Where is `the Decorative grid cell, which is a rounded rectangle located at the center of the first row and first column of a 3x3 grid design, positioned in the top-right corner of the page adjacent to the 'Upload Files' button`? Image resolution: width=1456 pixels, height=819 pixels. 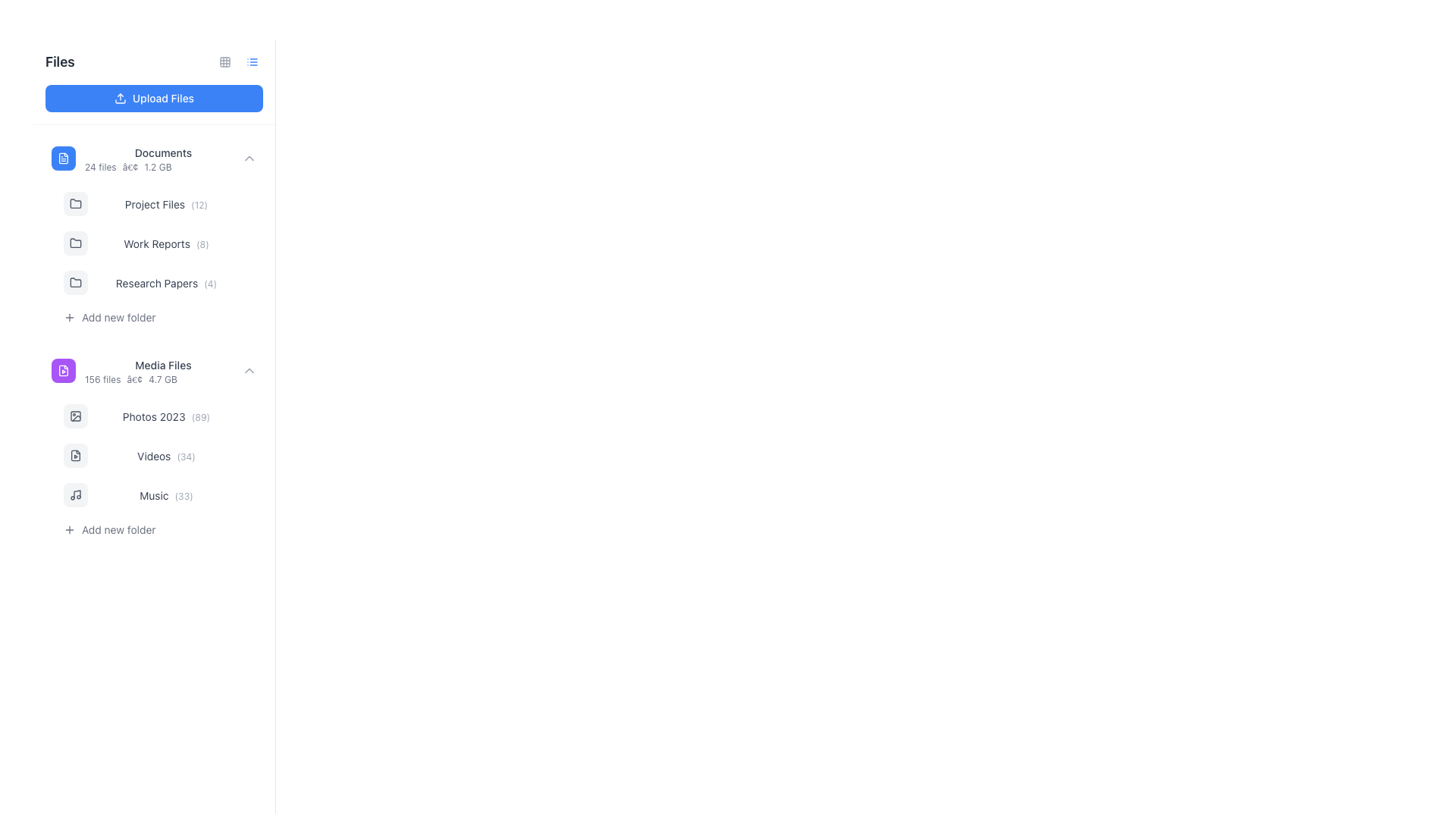 the Decorative grid cell, which is a rounded rectangle located at the center of the first row and first column of a 3x3 grid design, positioned in the top-right corner of the page adjacent to the 'Upload Files' button is located at coordinates (224, 61).